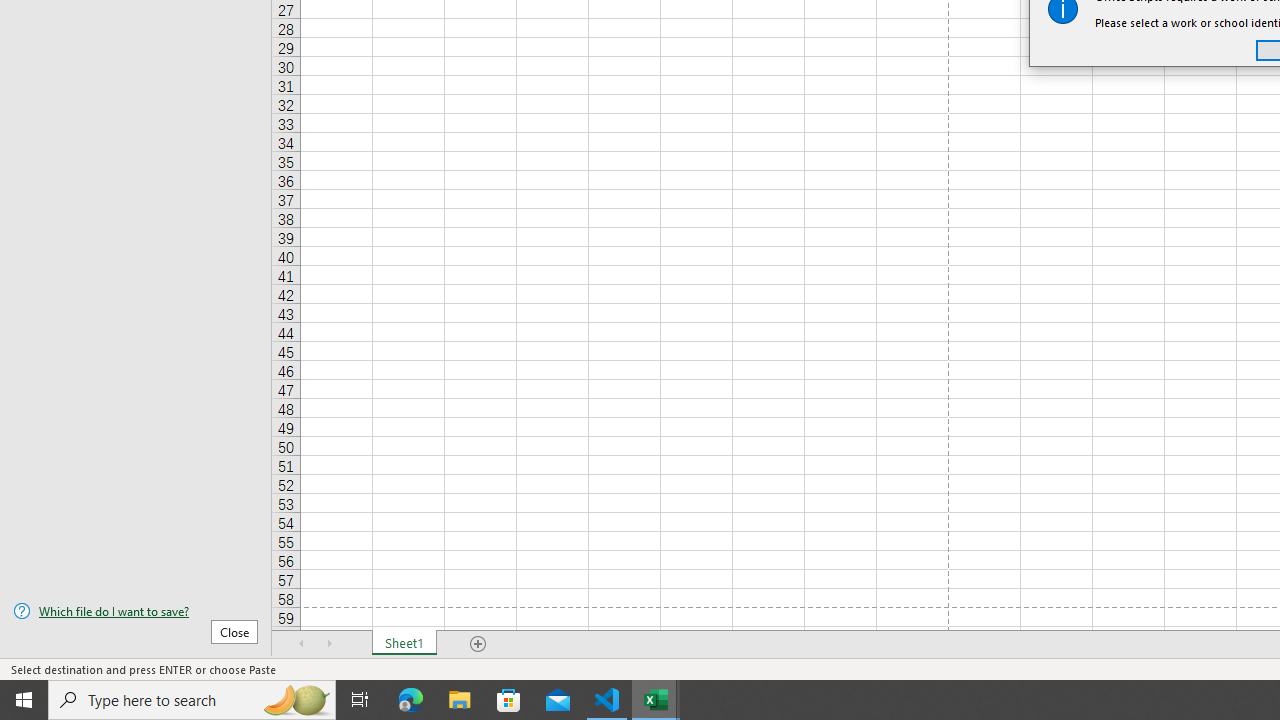 This screenshot has height=720, width=1280. Describe the element at coordinates (24, 698) in the screenshot. I see `'Start'` at that location.